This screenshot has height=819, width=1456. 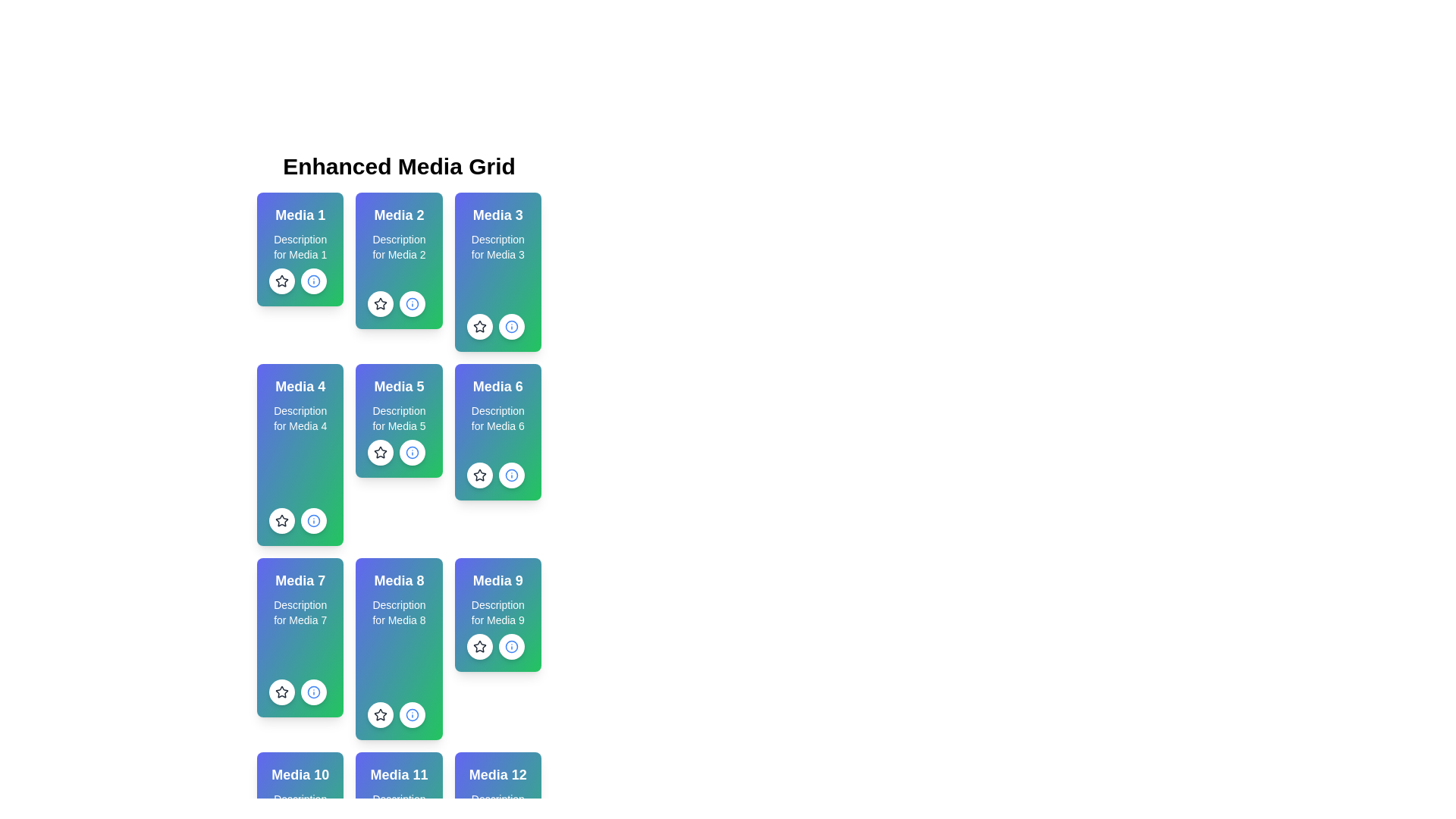 I want to click on the static text display that provides a brief description for 'Media 2', located beneath the title 'Media 2', so click(x=399, y=246).